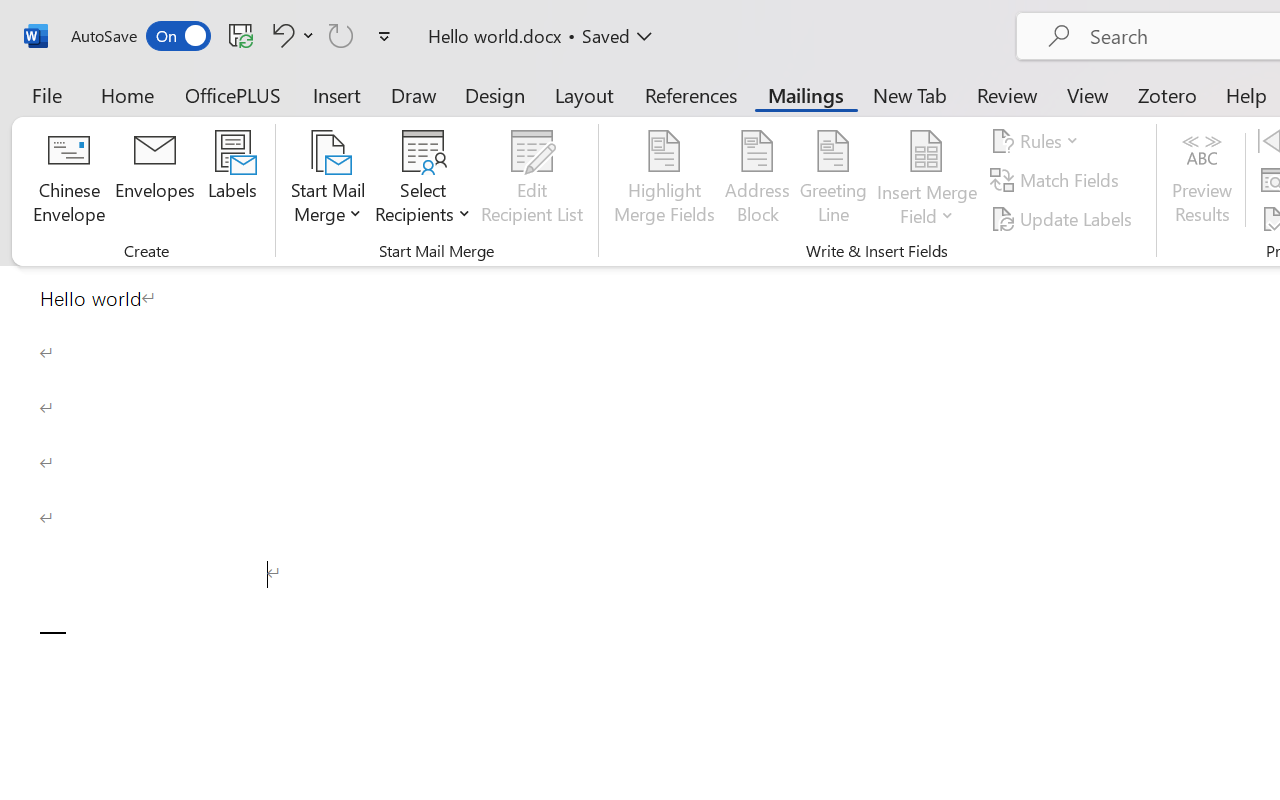 This screenshot has height=800, width=1280. What do you see at coordinates (279, 34) in the screenshot?
I see `'Undo Paragraph Formatting'` at bounding box center [279, 34].